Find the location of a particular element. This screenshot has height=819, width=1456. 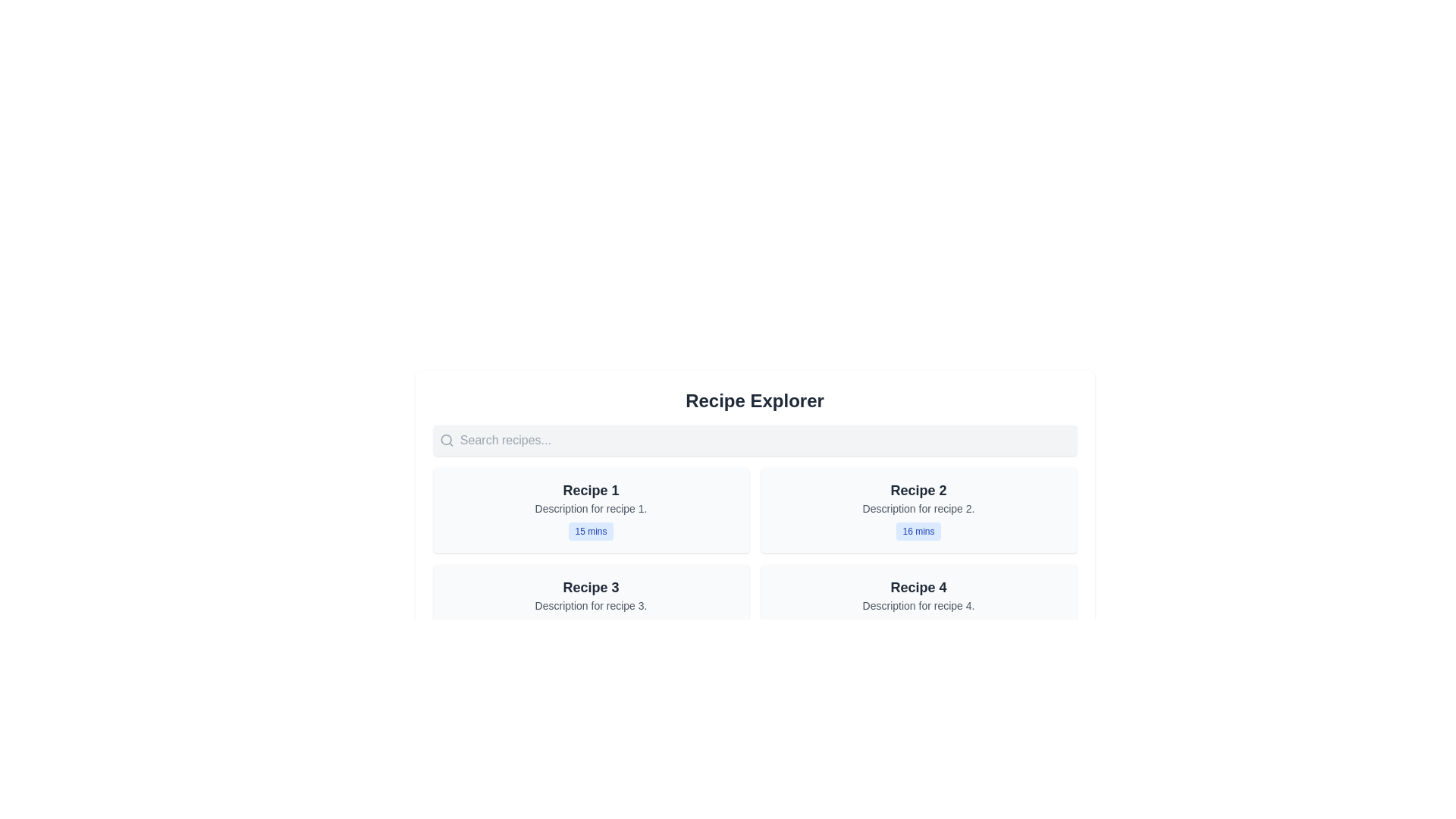

the label indicating the estimated time required for the associated recipe, located at the bottom of the first card in the grid layout is located at coordinates (590, 531).